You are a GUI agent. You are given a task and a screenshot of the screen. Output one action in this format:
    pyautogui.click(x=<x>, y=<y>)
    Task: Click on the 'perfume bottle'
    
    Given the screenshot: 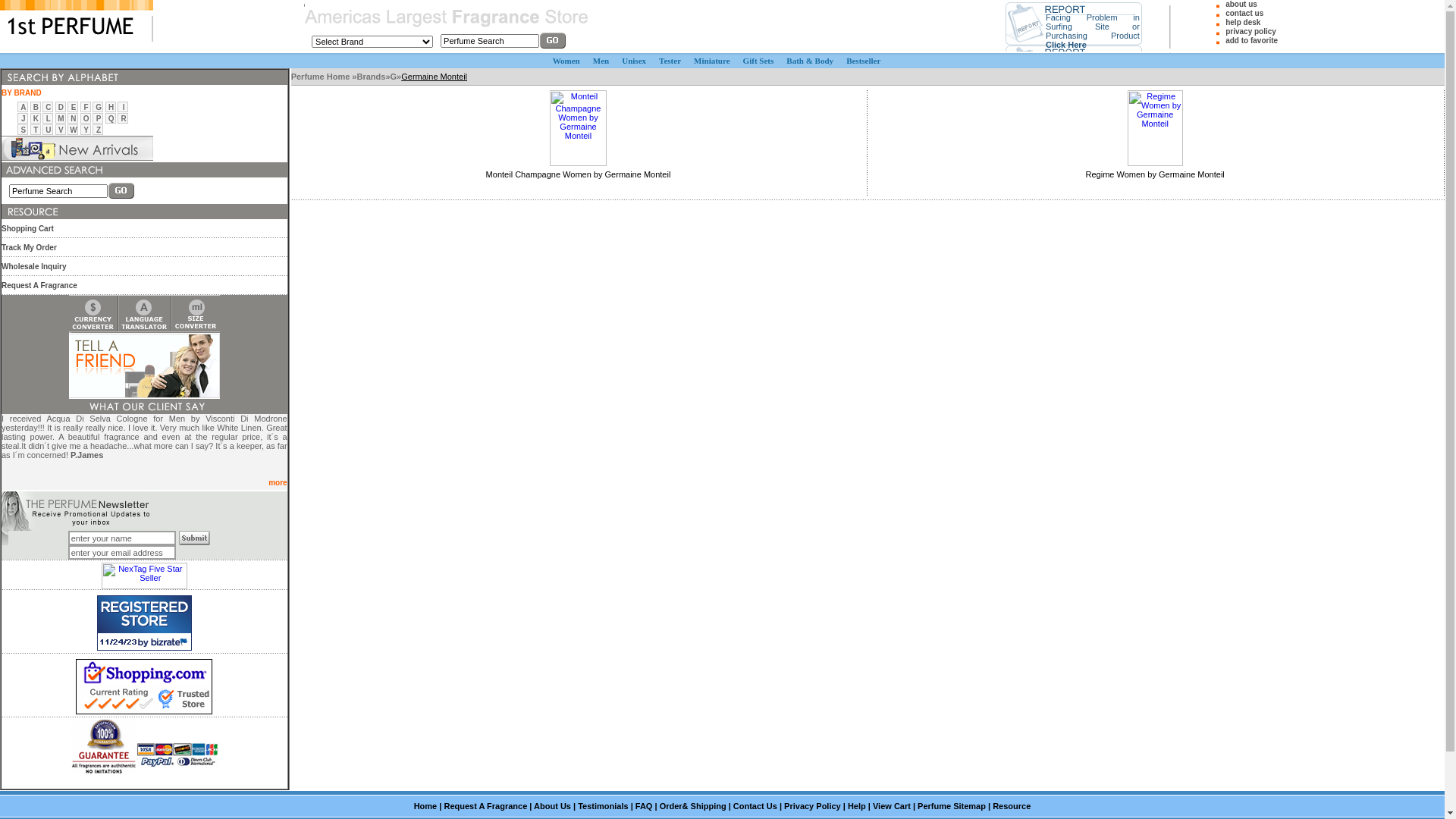 What is the action you would take?
    pyautogui.click(x=290, y=68)
    